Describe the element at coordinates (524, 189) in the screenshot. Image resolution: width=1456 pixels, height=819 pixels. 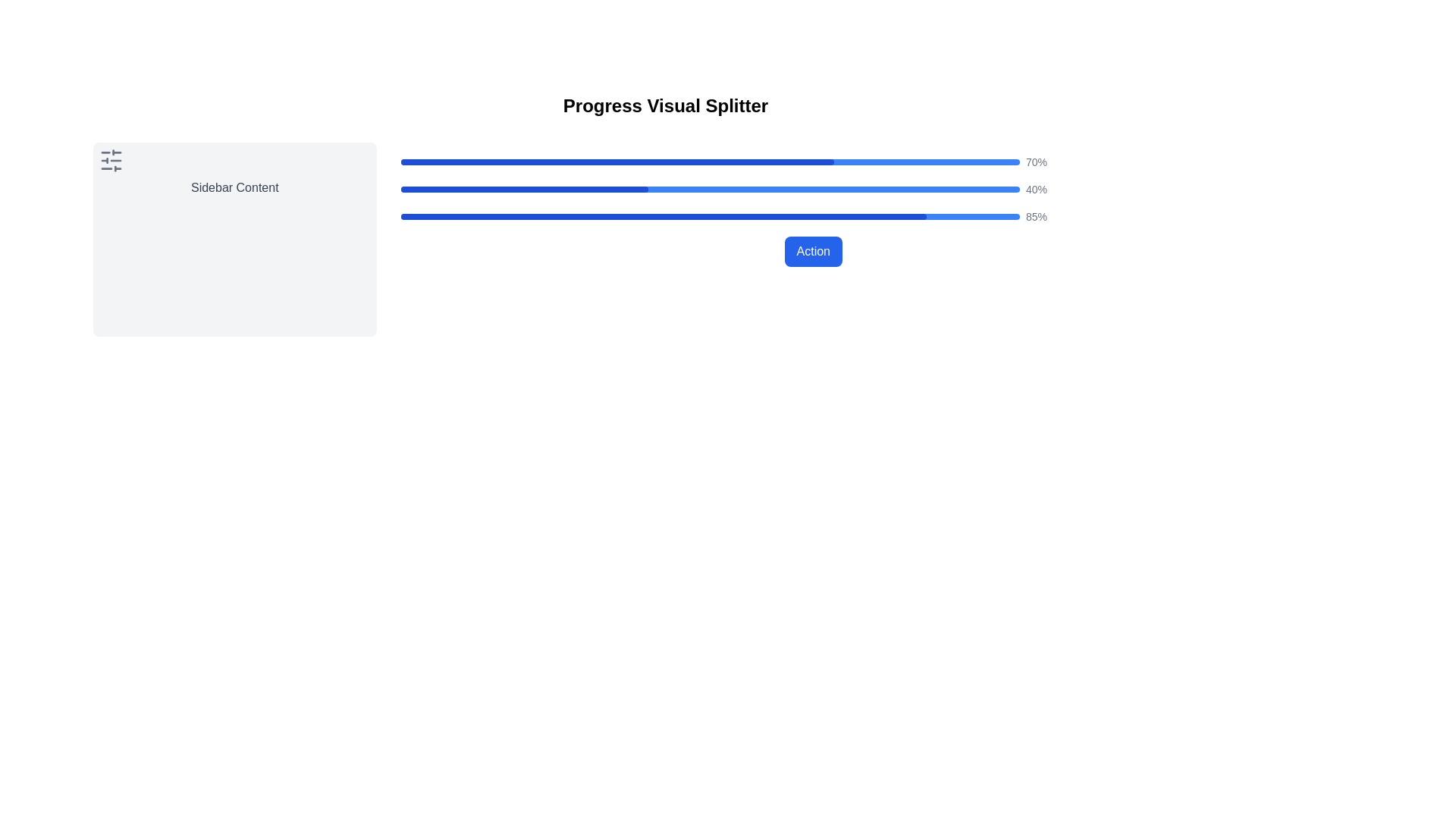
I see `the partially-filled progress bar segment, which is colored in a darker blue shade and represents 40% completion of a task` at that location.